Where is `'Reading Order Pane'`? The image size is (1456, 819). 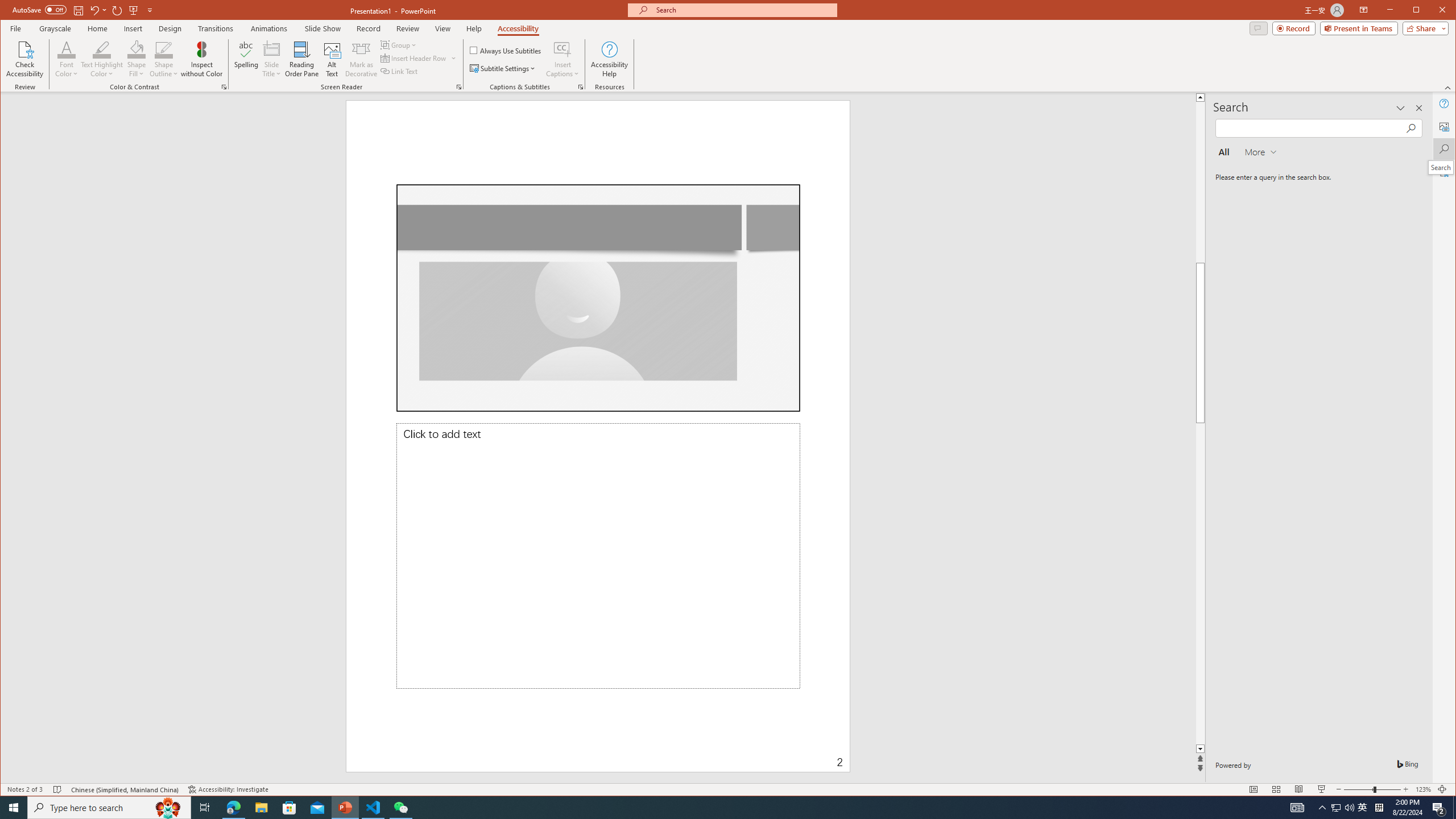 'Reading Order Pane' is located at coordinates (301, 59).